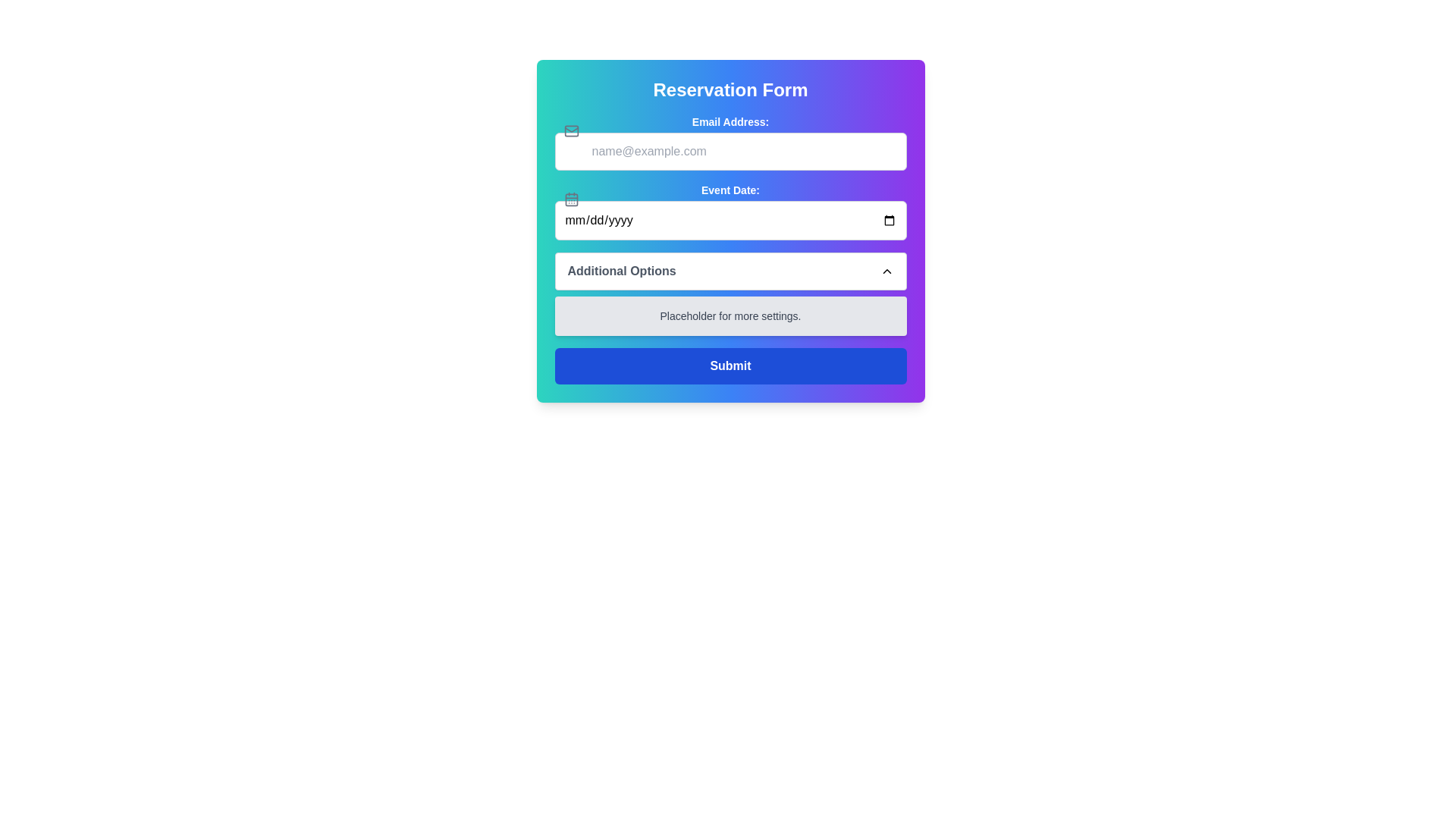 The height and width of the screenshot is (819, 1456). What do you see at coordinates (730, 271) in the screenshot?
I see `the 'Additional Options' dropdown toggle button` at bounding box center [730, 271].